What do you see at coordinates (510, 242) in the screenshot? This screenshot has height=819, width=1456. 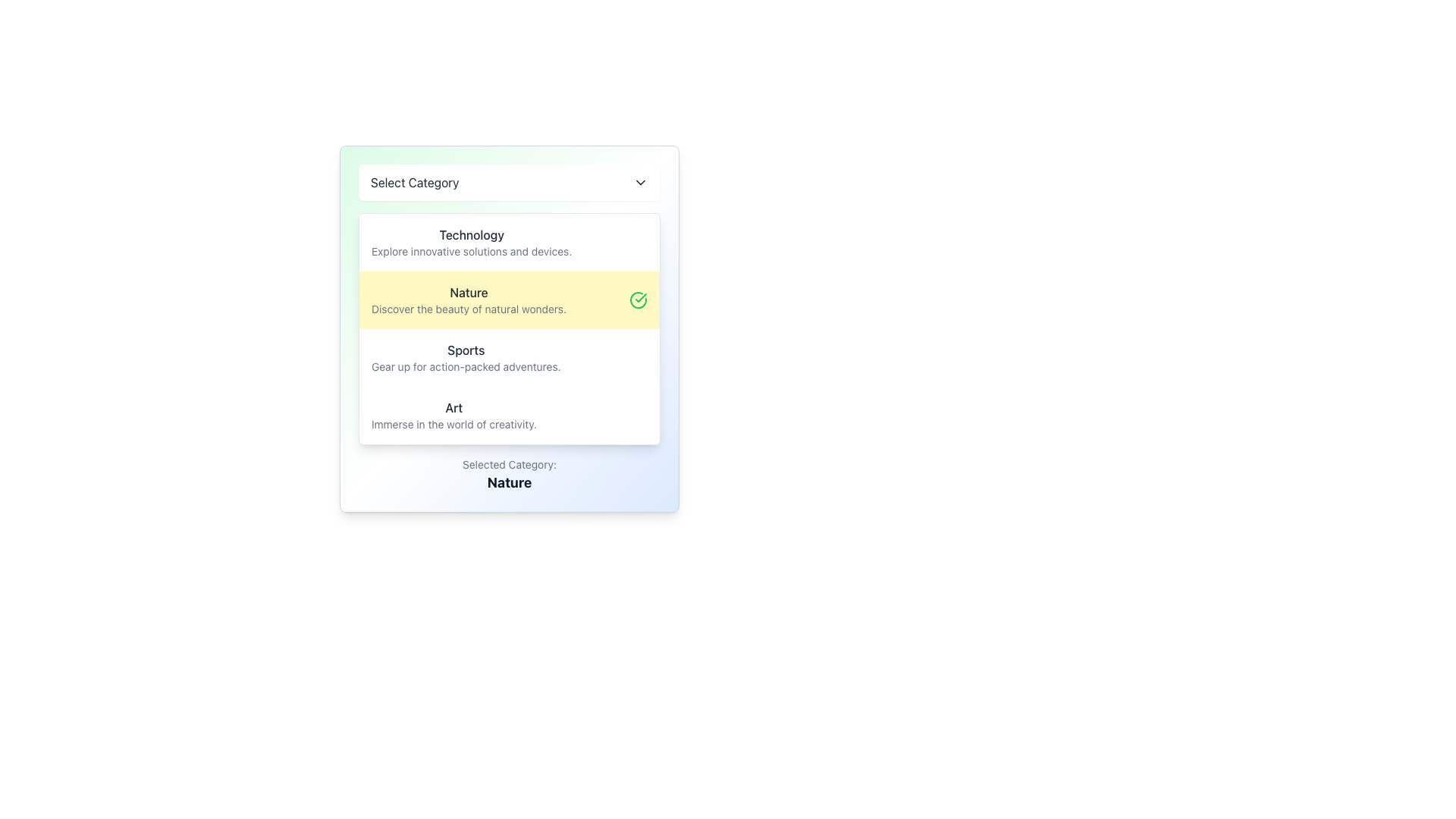 I see `the first selectable item in the category list` at bounding box center [510, 242].